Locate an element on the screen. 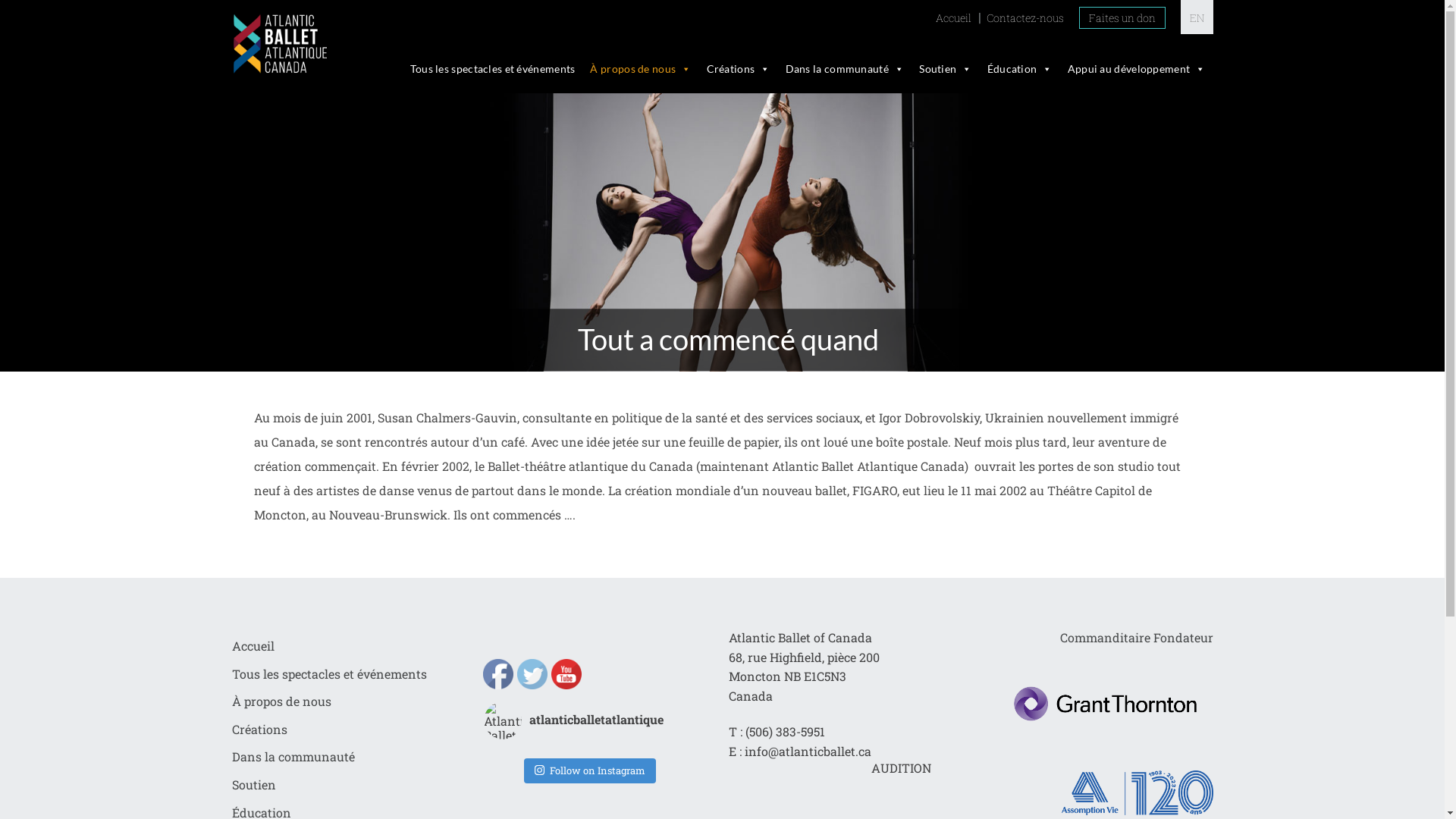 This screenshot has height=819, width=1456. 'T : (506) 383-5951' is located at coordinates (777, 730).